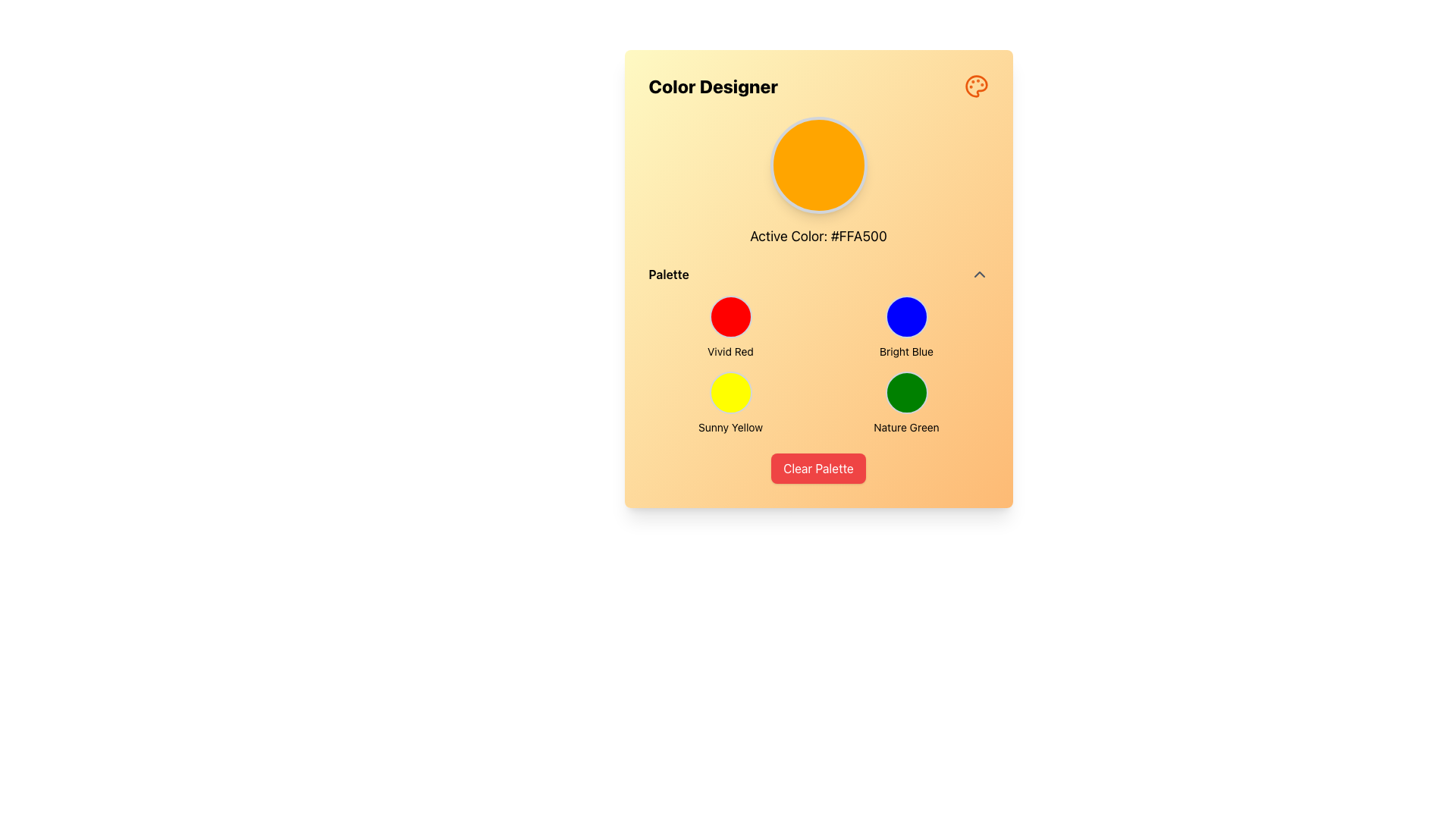 The height and width of the screenshot is (819, 1456). What do you see at coordinates (976, 86) in the screenshot?
I see `the orange artist's palette icon located in the top-right corner of the 'Color Designer' card` at bounding box center [976, 86].